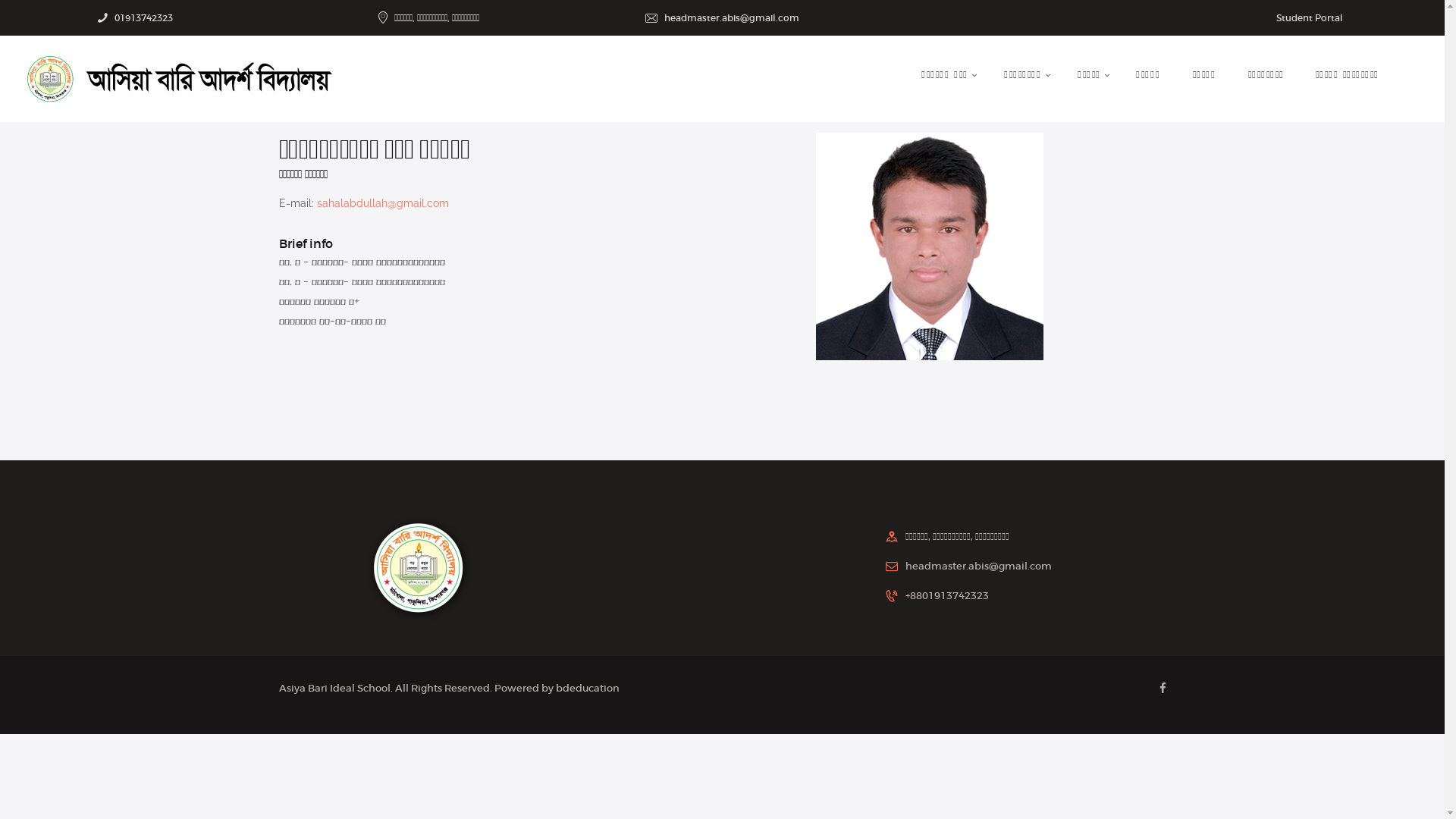  I want to click on 'headmaster.abis@gmail.com', so click(731, 17).